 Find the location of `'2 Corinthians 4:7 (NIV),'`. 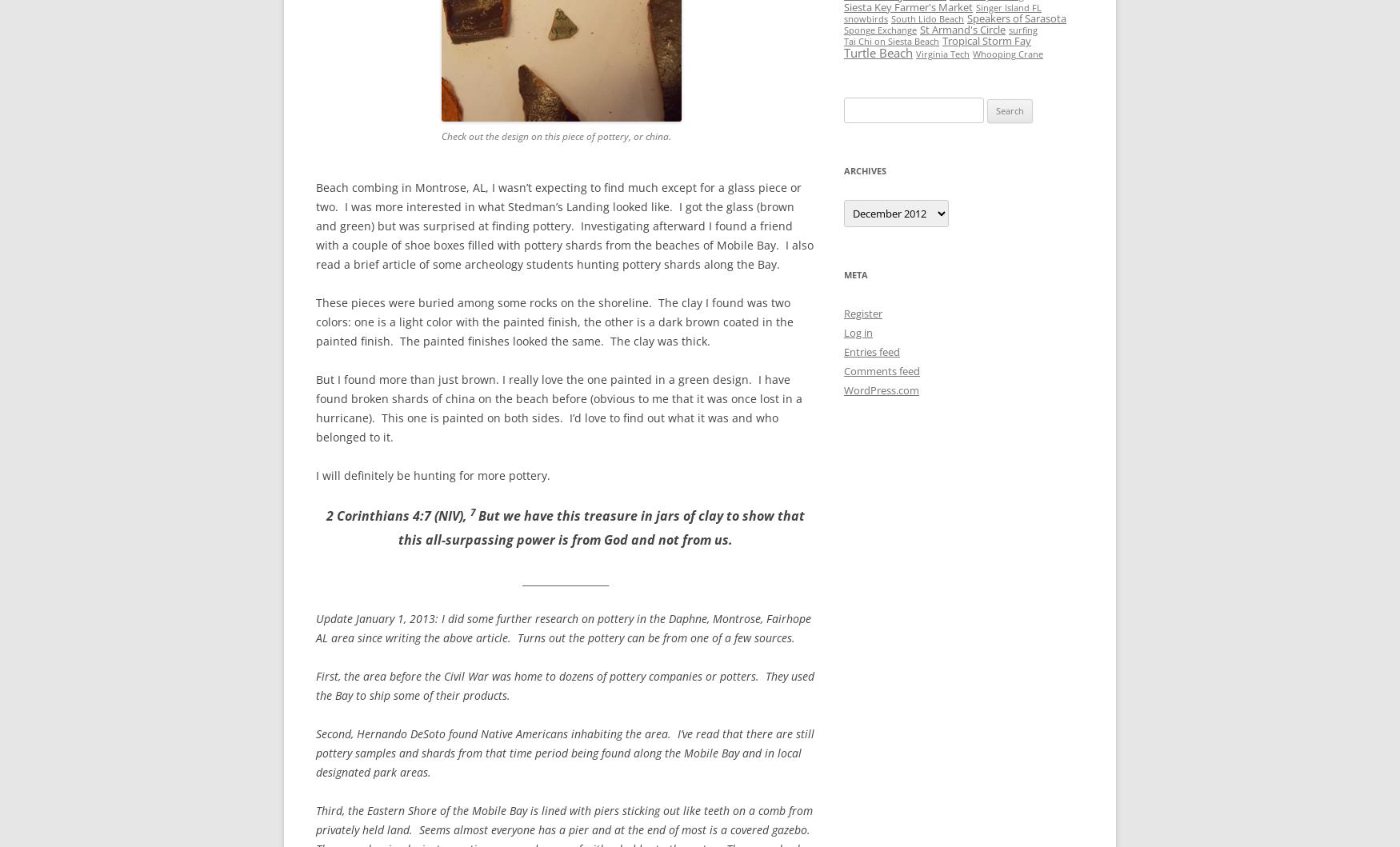

'2 Corinthians 4:7 (NIV),' is located at coordinates (398, 516).